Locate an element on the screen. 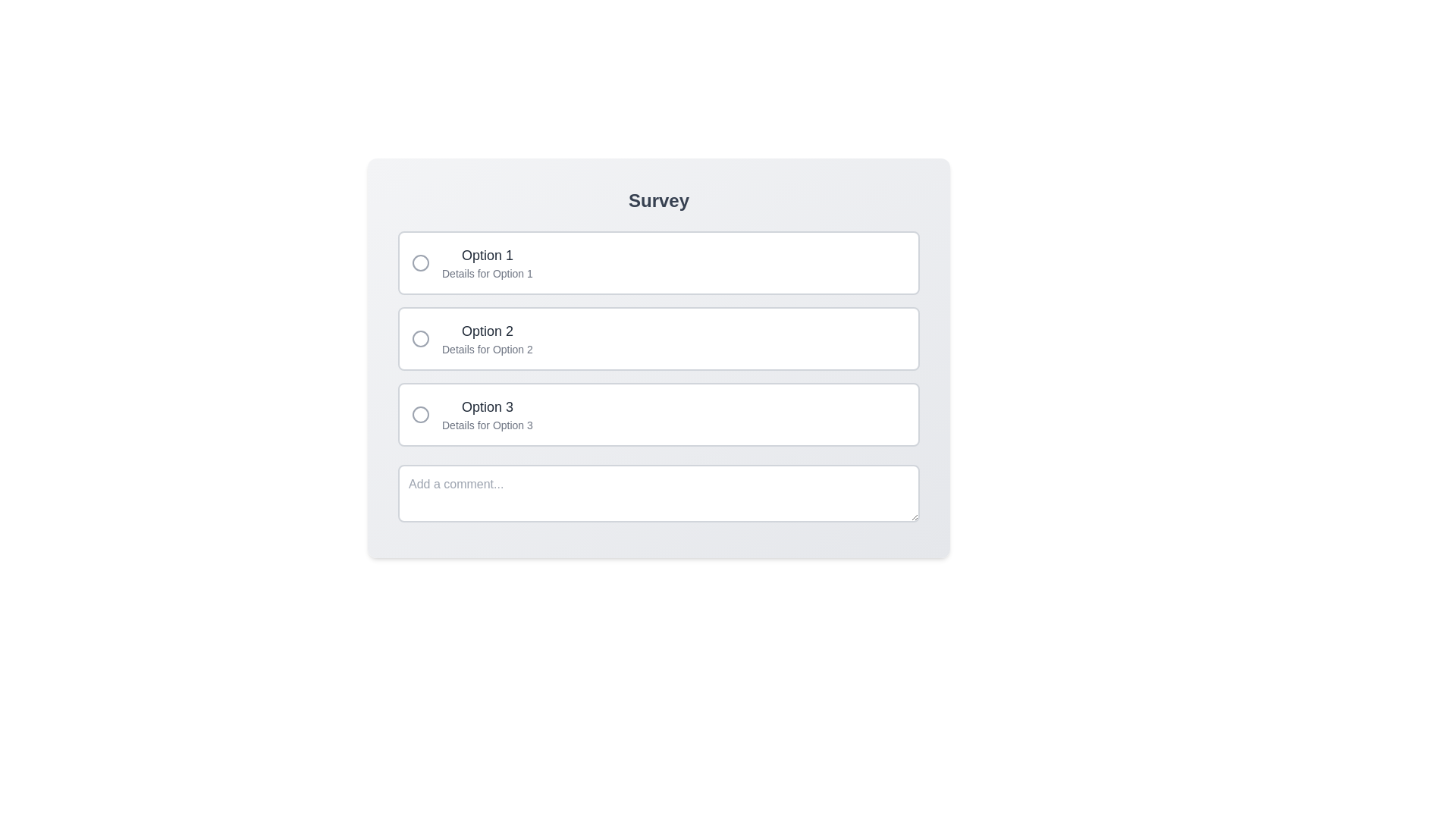  the second inactive radio button in the survey form, which is styled with a muted gray outline and is located between 'Option 1' and 'Option 3' is located at coordinates (421, 338).